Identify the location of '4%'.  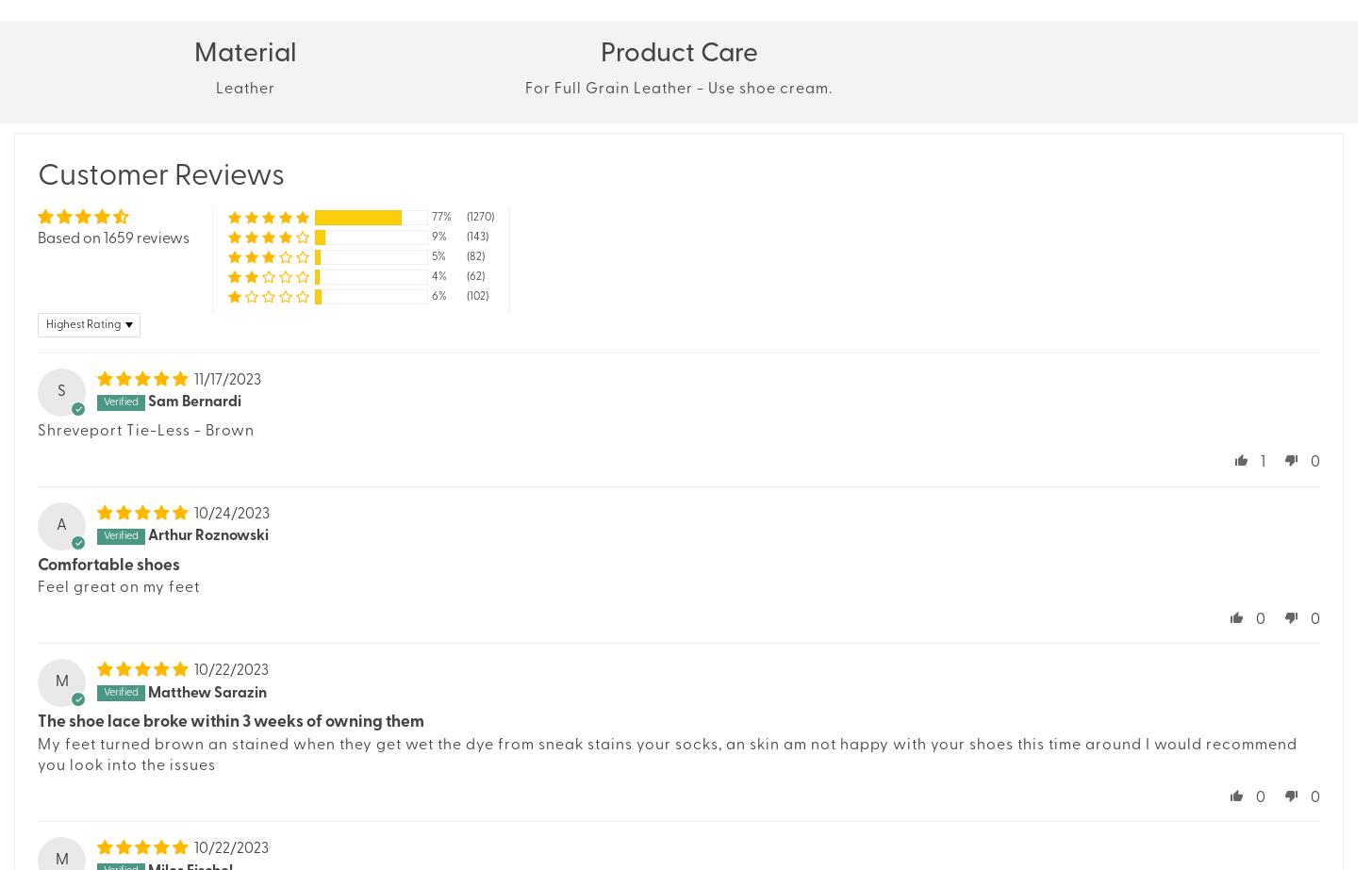
(432, 275).